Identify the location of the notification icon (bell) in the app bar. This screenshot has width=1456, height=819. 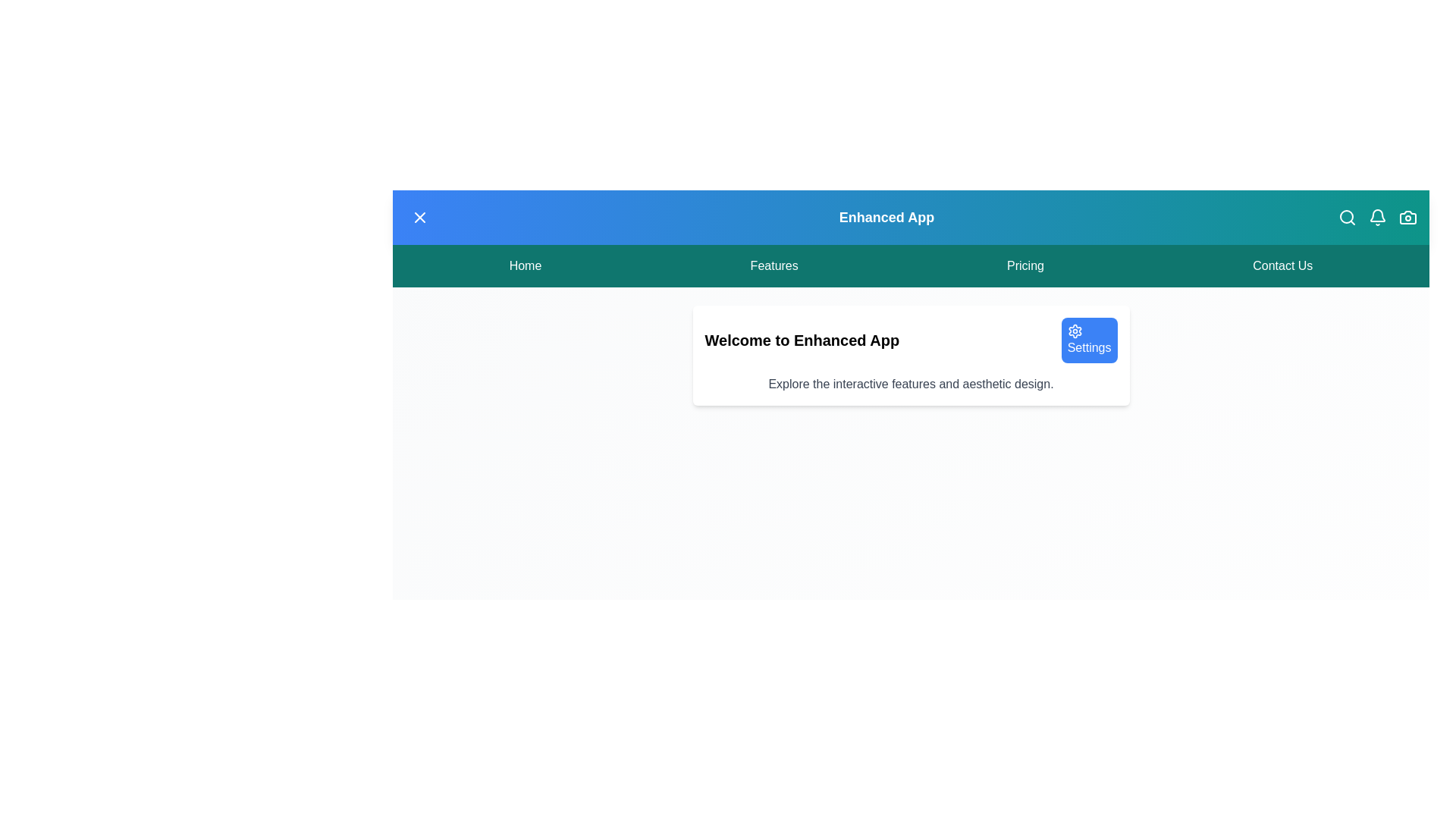
(1378, 217).